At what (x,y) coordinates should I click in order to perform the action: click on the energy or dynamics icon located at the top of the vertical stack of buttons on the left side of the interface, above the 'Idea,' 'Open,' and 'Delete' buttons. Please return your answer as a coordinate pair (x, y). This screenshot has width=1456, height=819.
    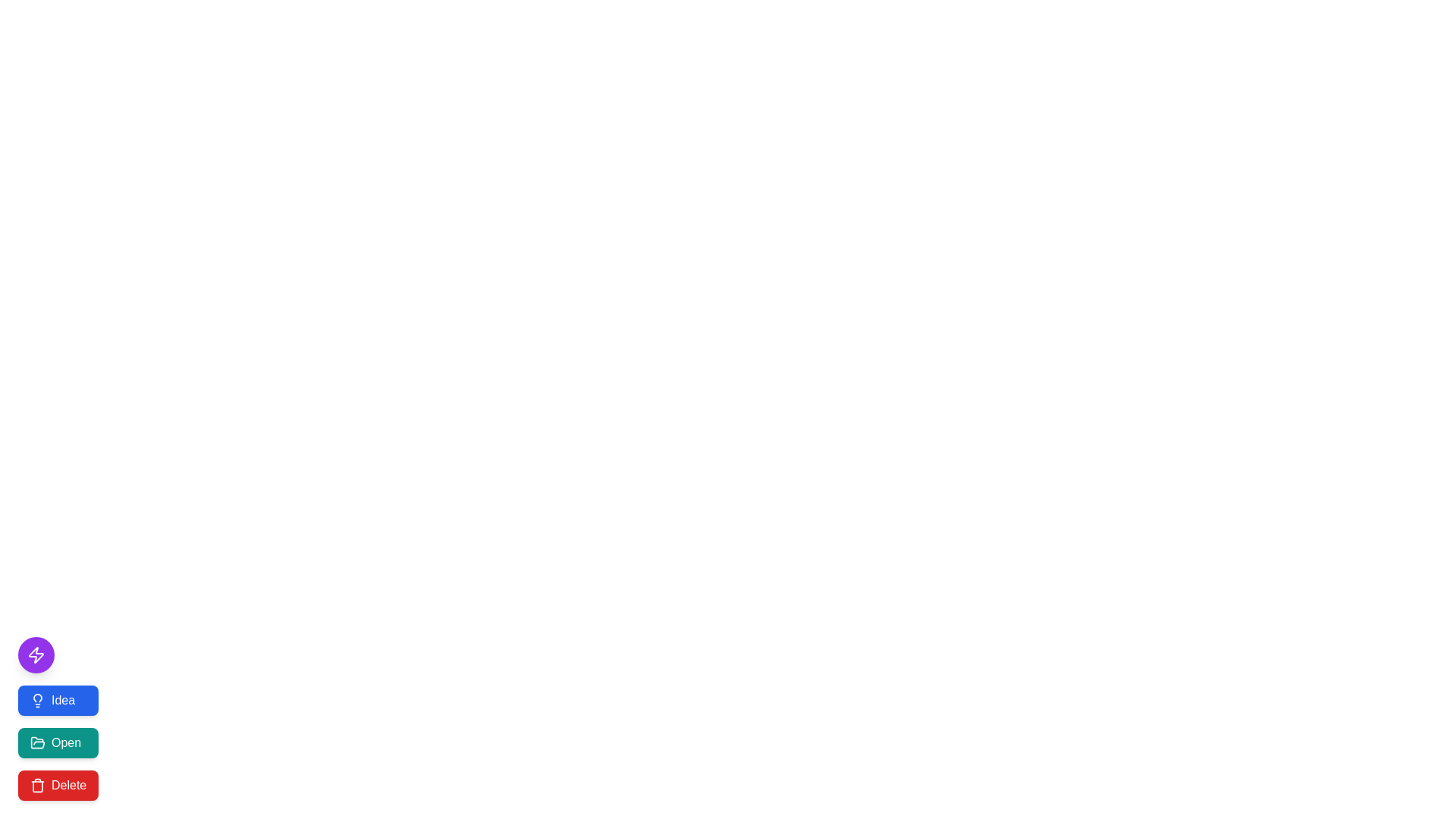
    Looking at the image, I should click on (36, 654).